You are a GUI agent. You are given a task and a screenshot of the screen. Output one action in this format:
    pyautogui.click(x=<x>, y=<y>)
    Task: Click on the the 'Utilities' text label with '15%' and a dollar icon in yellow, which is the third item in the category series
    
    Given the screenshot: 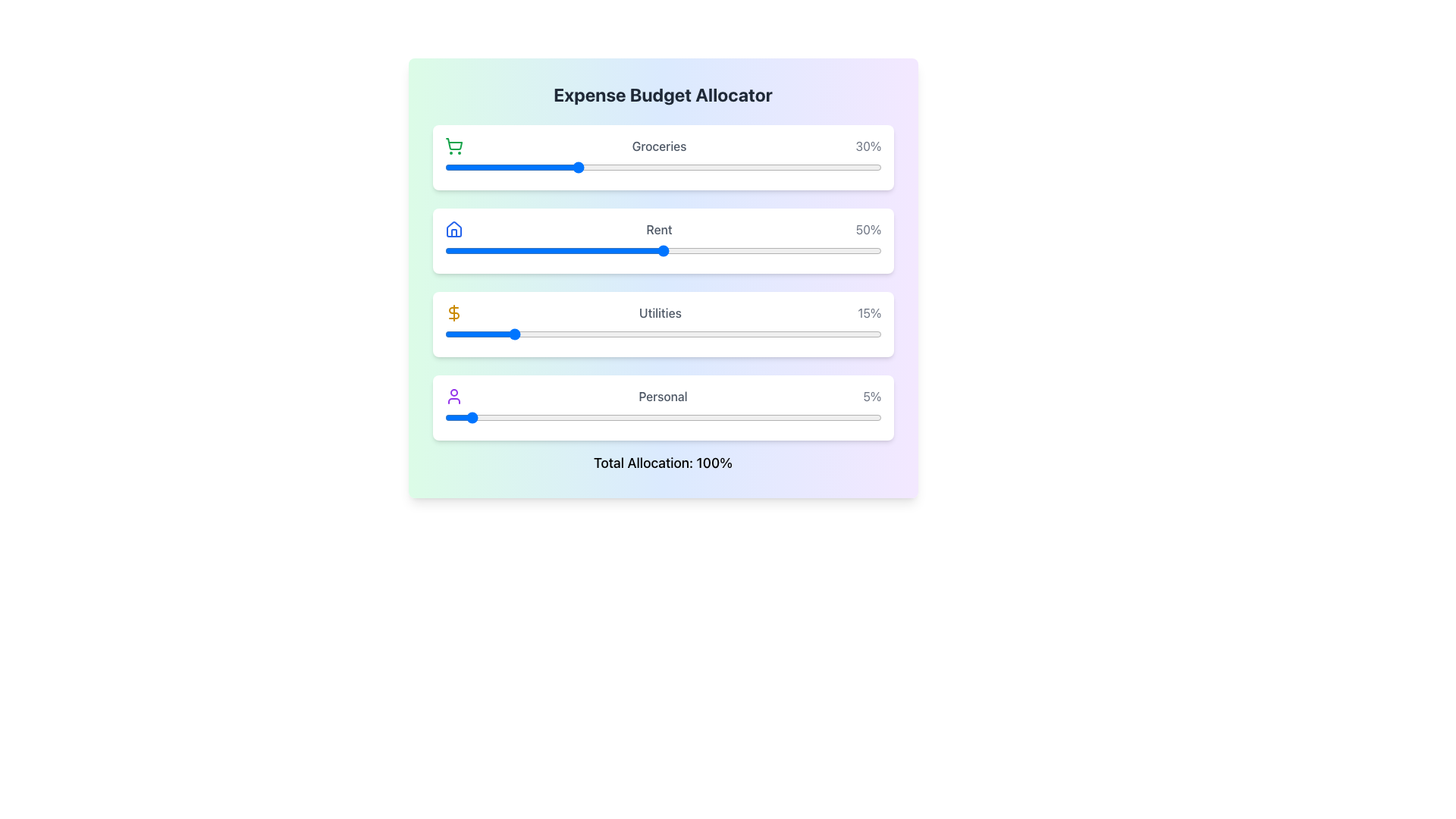 What is the action you would take?
    pyautogui.click(x=663, y=312)
    